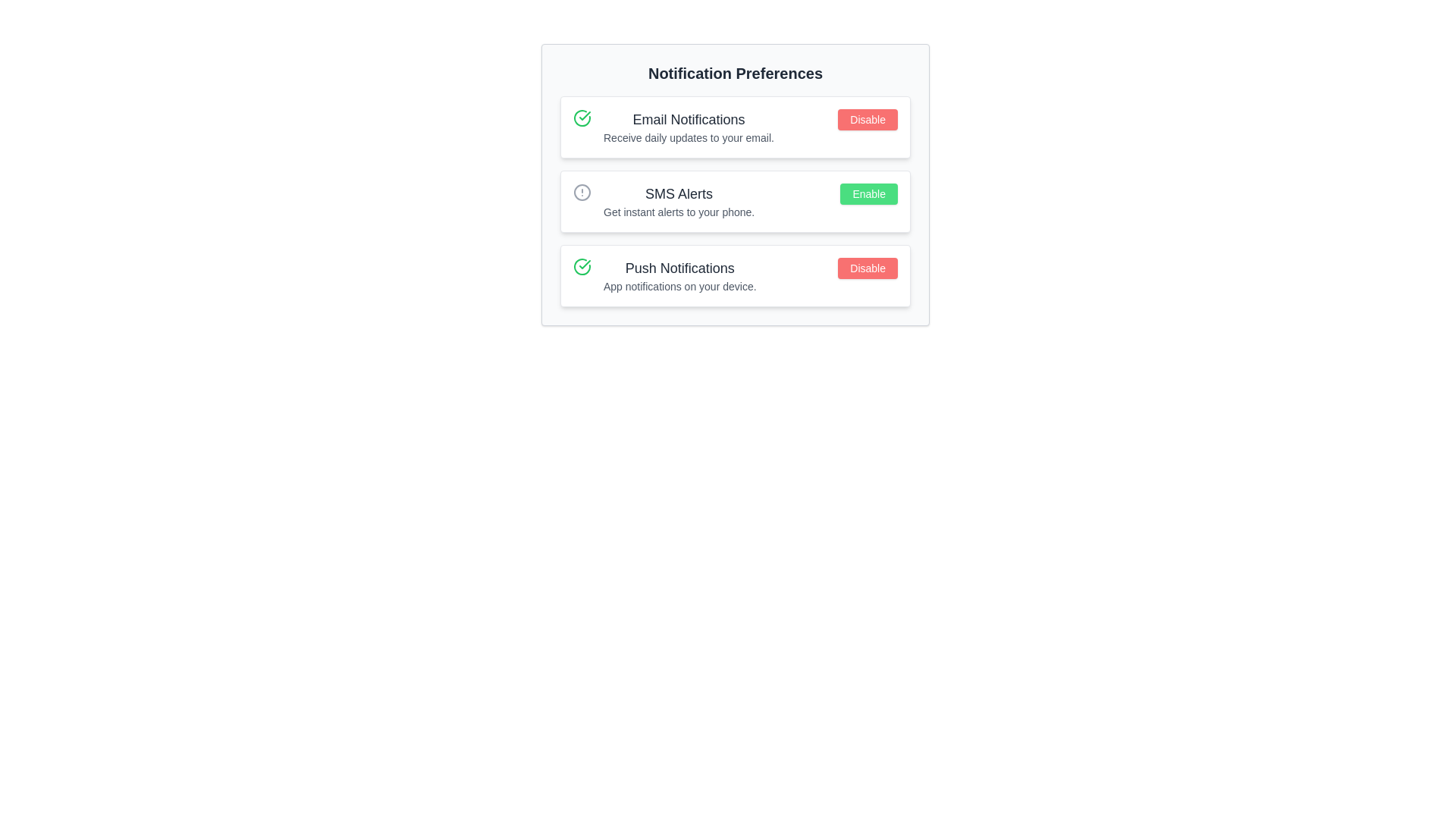 The width and height of the screenshot is (1456, 819). I want to click on text content of the Notification card for email updates, which is the first card in the stack and indicates its enabled status with a green checkmark and a 'Disable' button, so click(735, 127).